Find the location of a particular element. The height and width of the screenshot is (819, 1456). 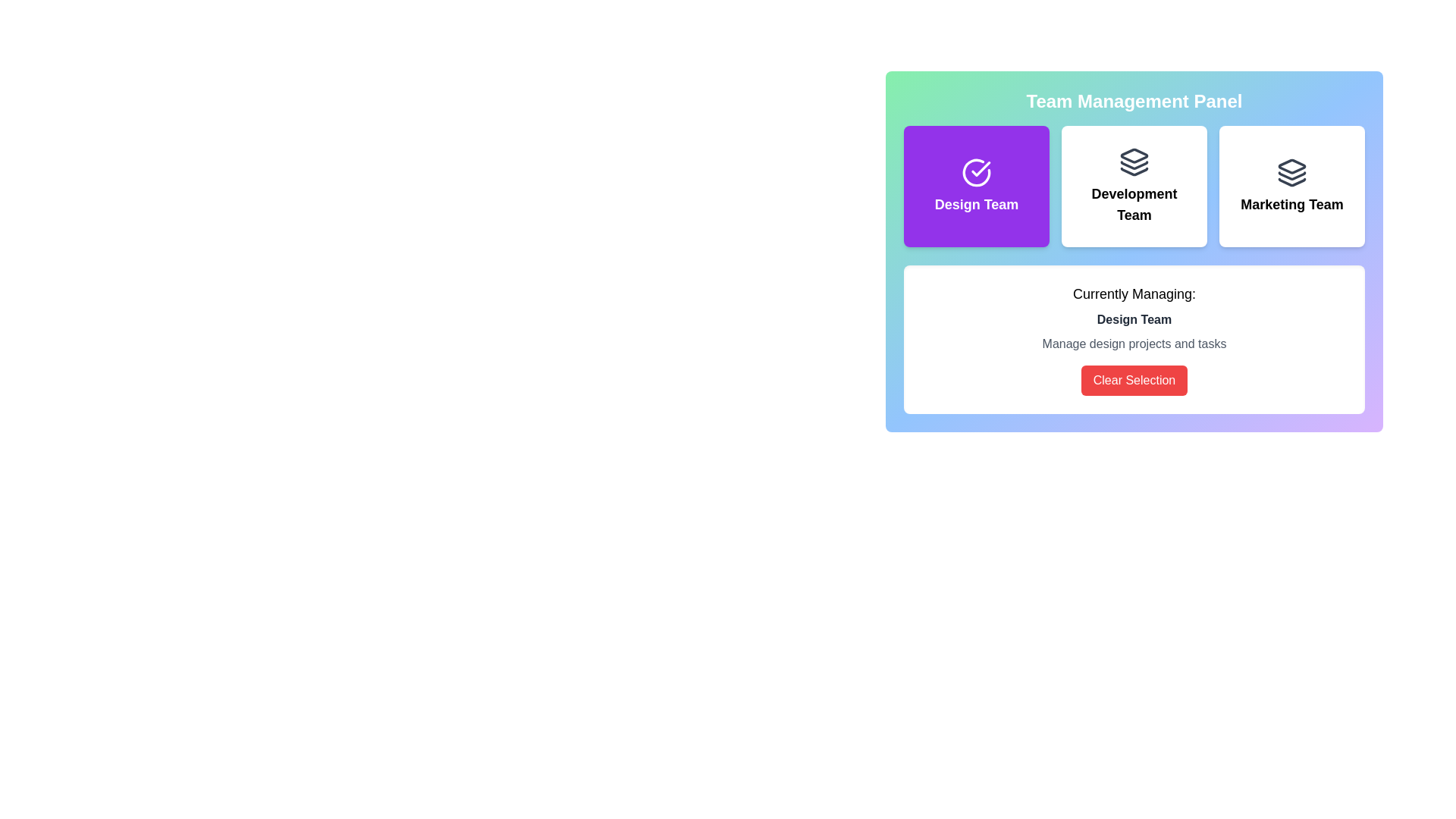

the team selection button for the Design Team located in the Team Management Panel is located at coordinates (976, 186).